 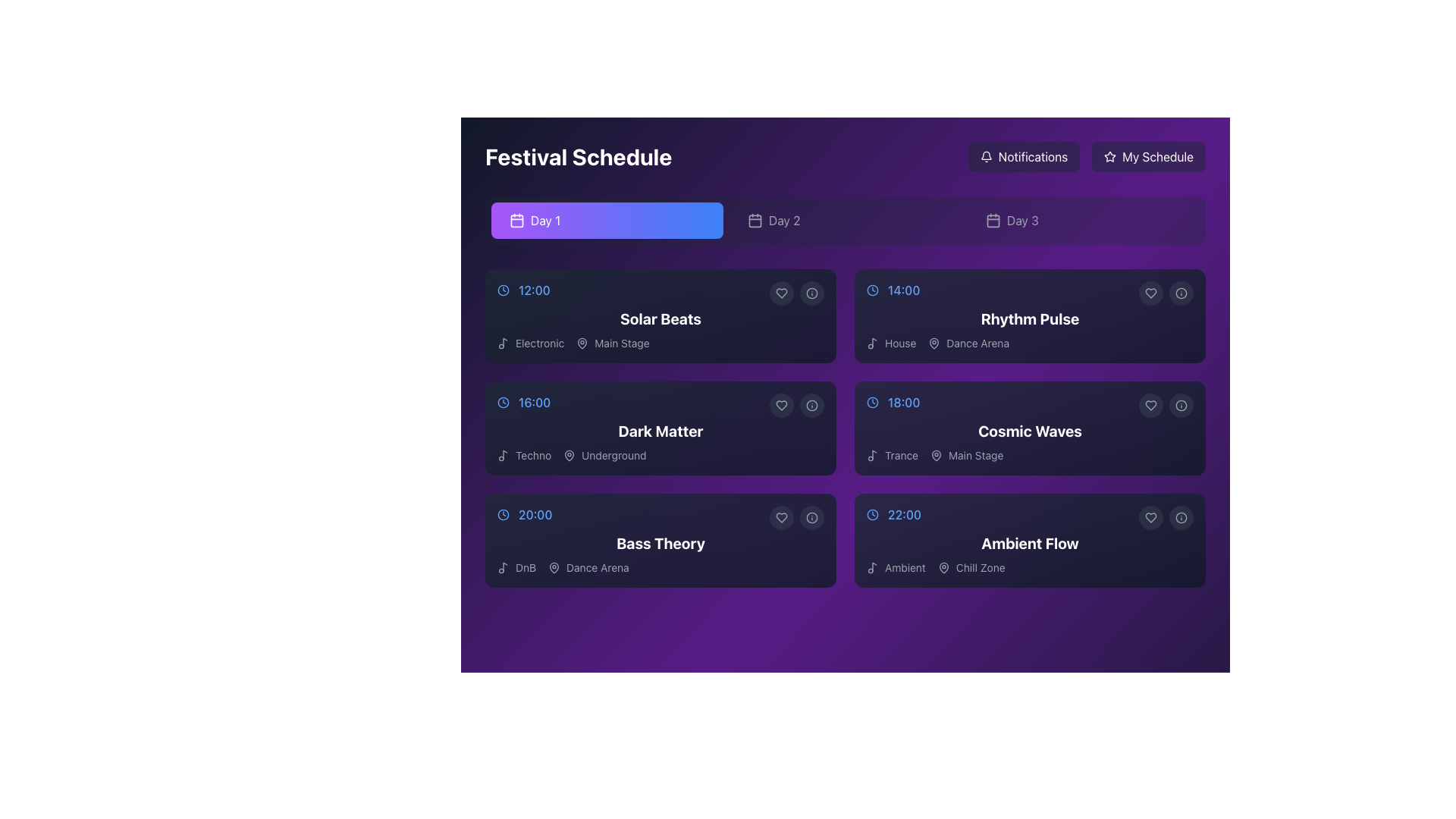 I want to click on the music note icon located in the details section of the 'Rhythm Pulse' event card, so click(x=874, y=342).